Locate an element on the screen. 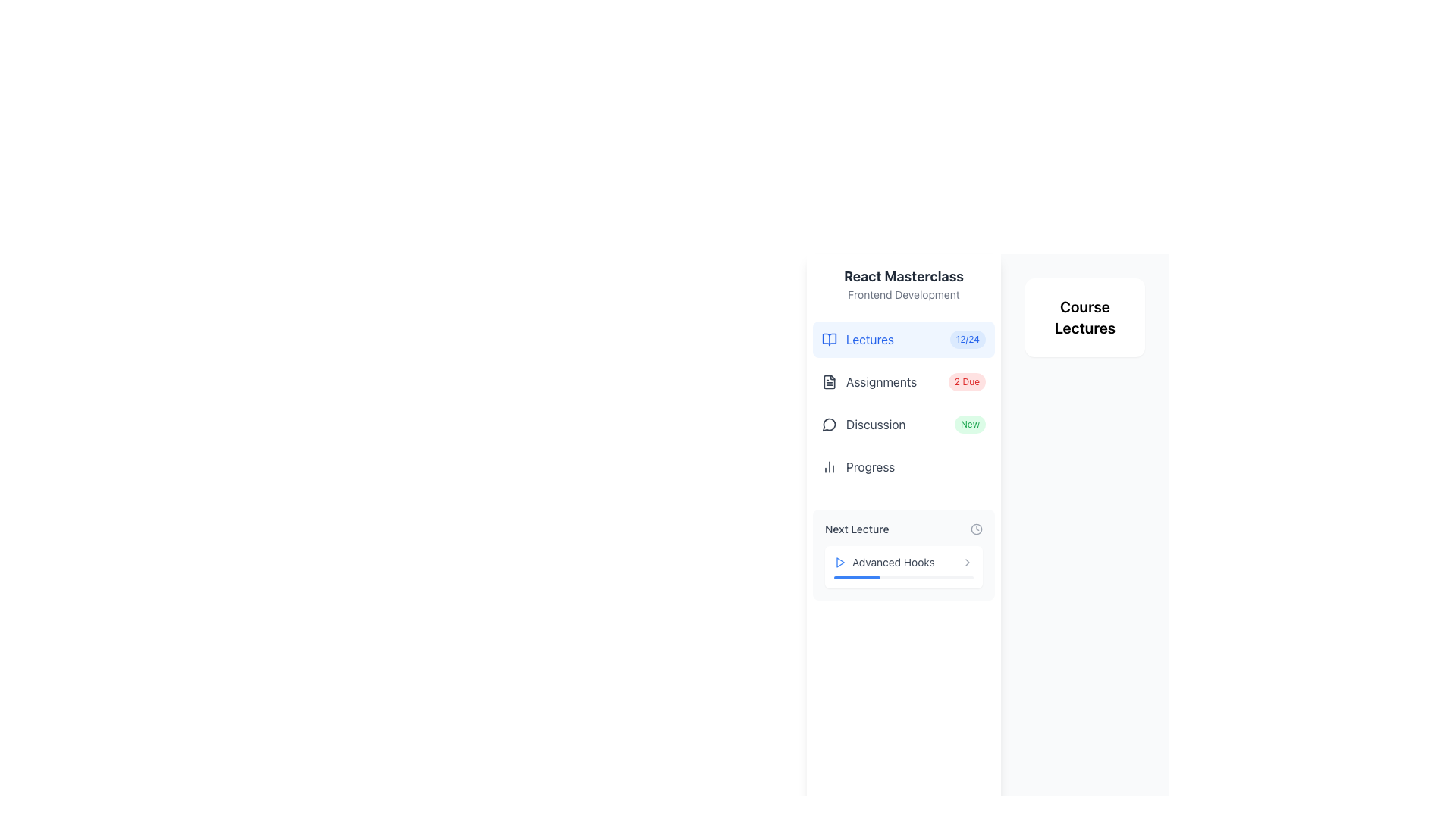 The image size is (1456, 819). the Play icon located to the left of the 'Advanced Hooks' text in the 'Next Lecture' section to initiate playback is located at coordinates (839, 562).